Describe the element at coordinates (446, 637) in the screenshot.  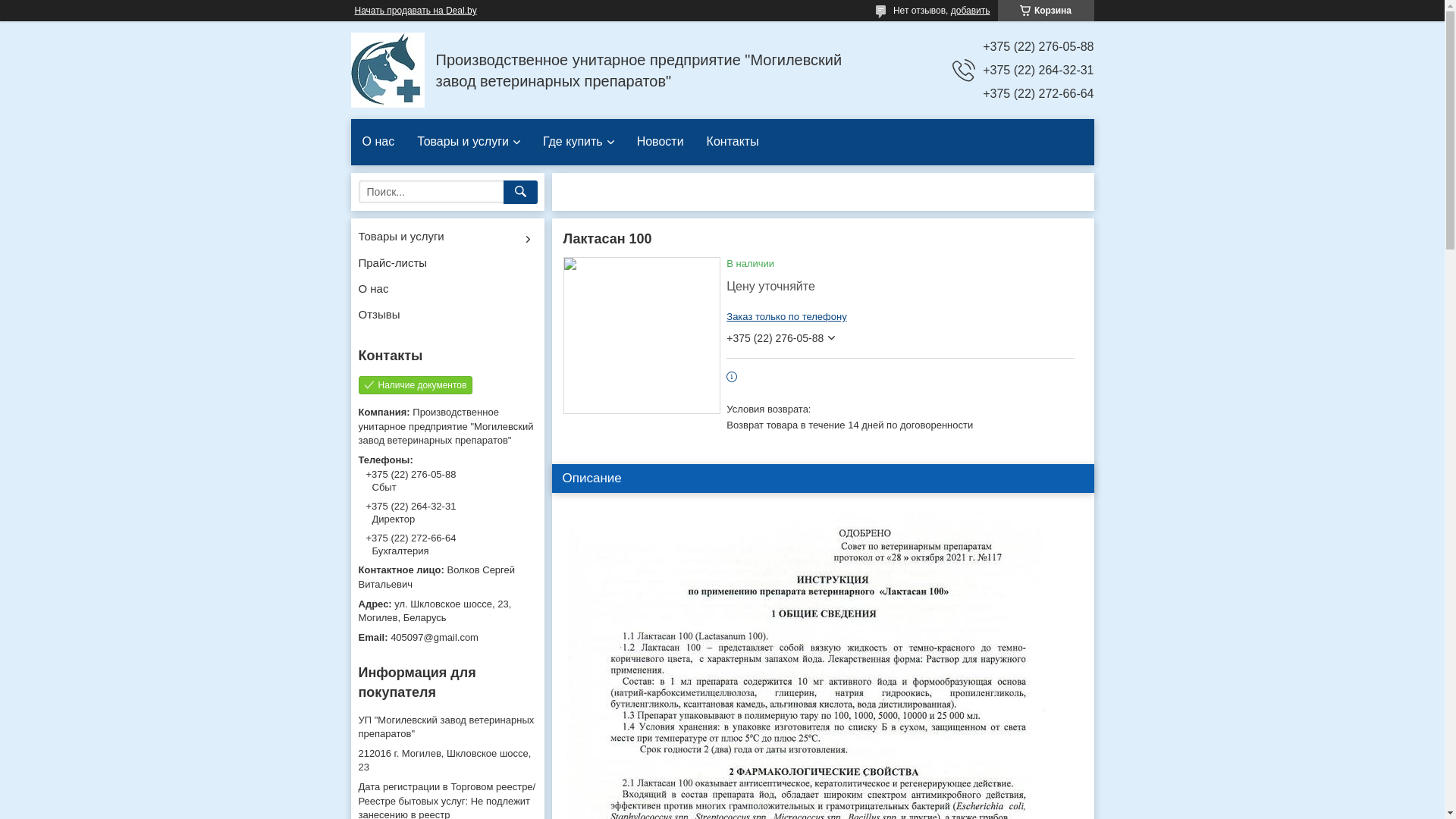
I see `'405097@gmail.com'` at that location.